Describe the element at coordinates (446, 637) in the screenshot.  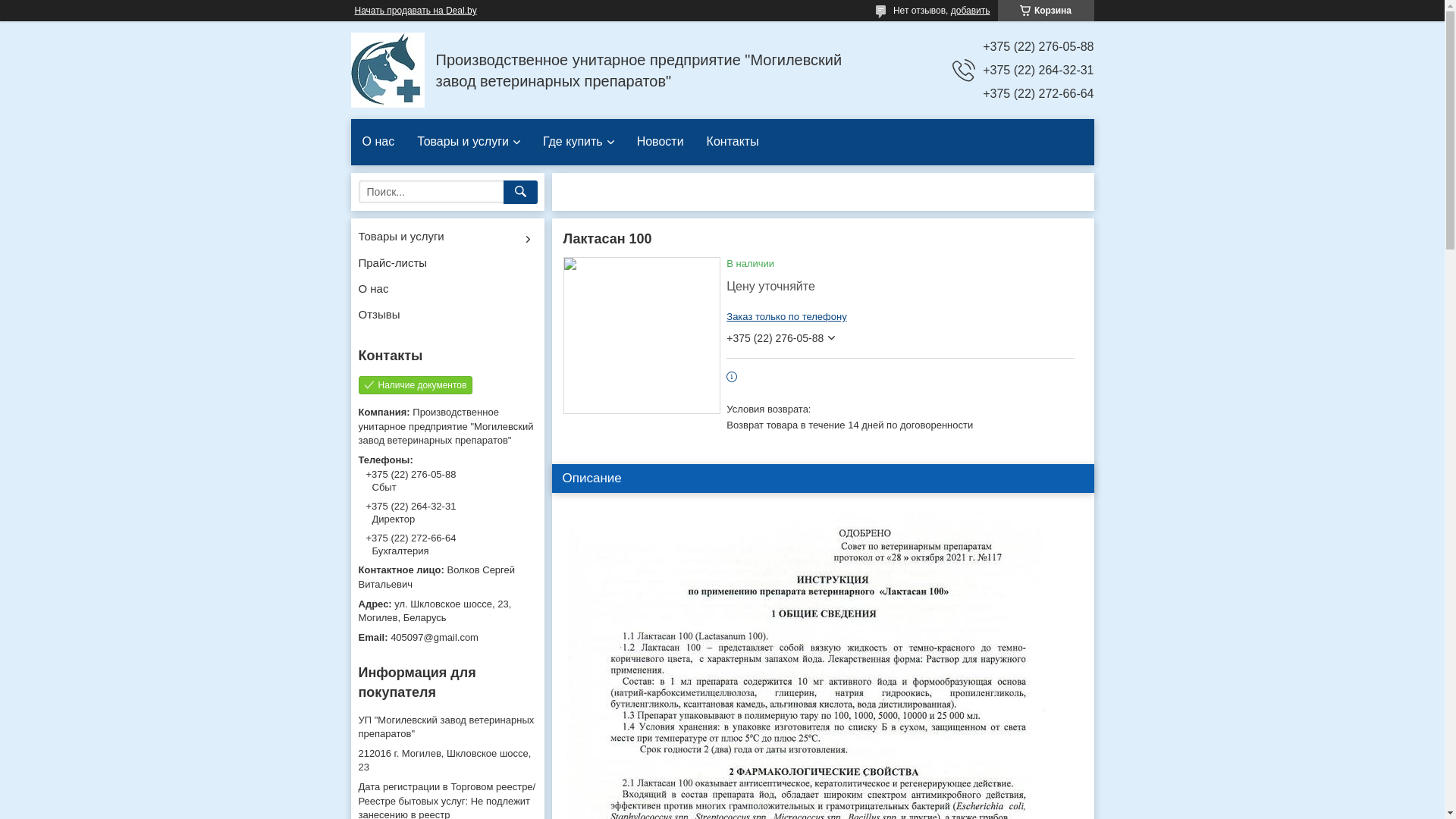
I see `'405097@gmail.com'` at that location.